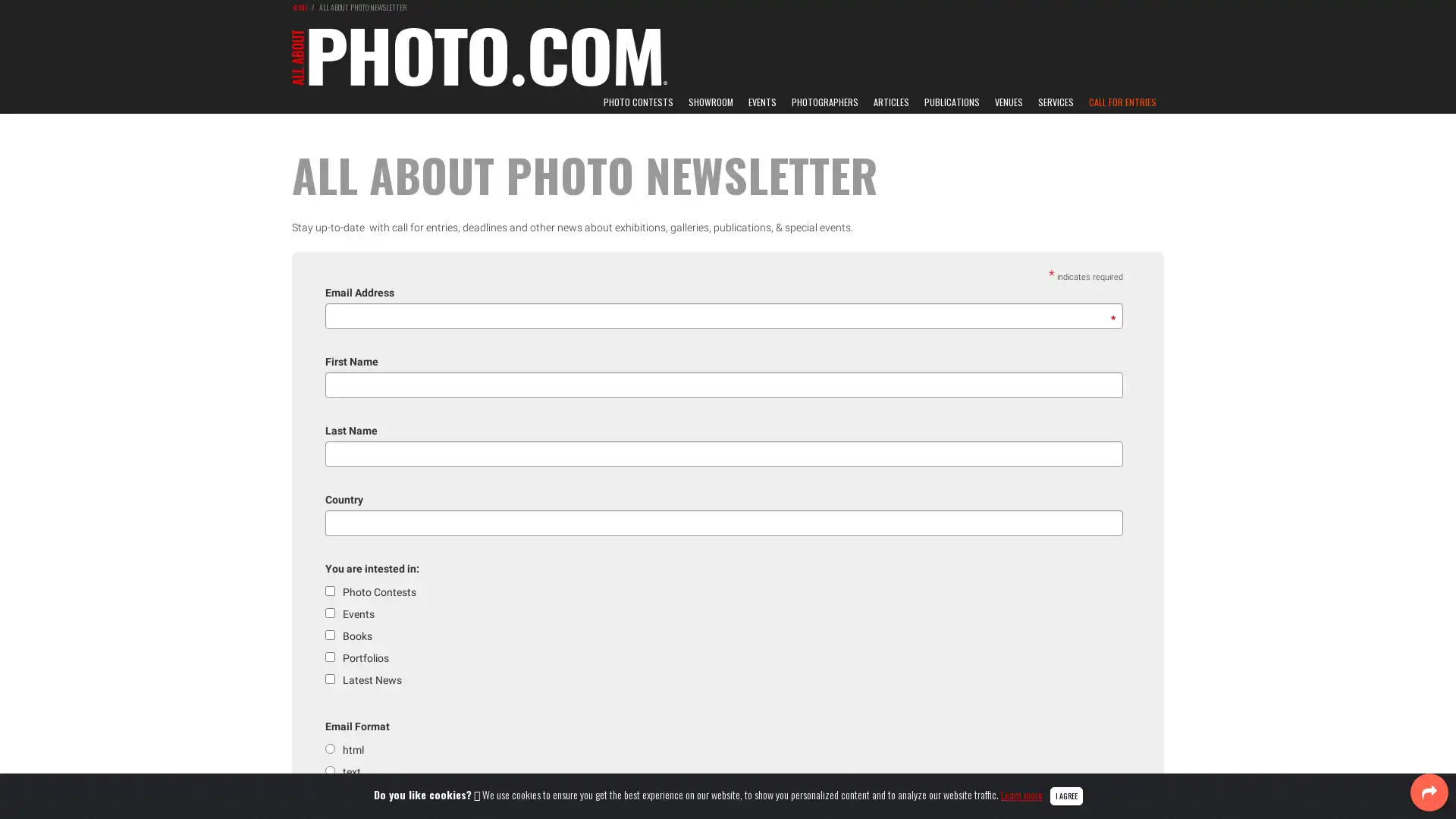 The height and width of the screenshot is (819, 1456). Describe the element at coordinates (1009, 102) in the screenshot. I see `VENUES` at that location.